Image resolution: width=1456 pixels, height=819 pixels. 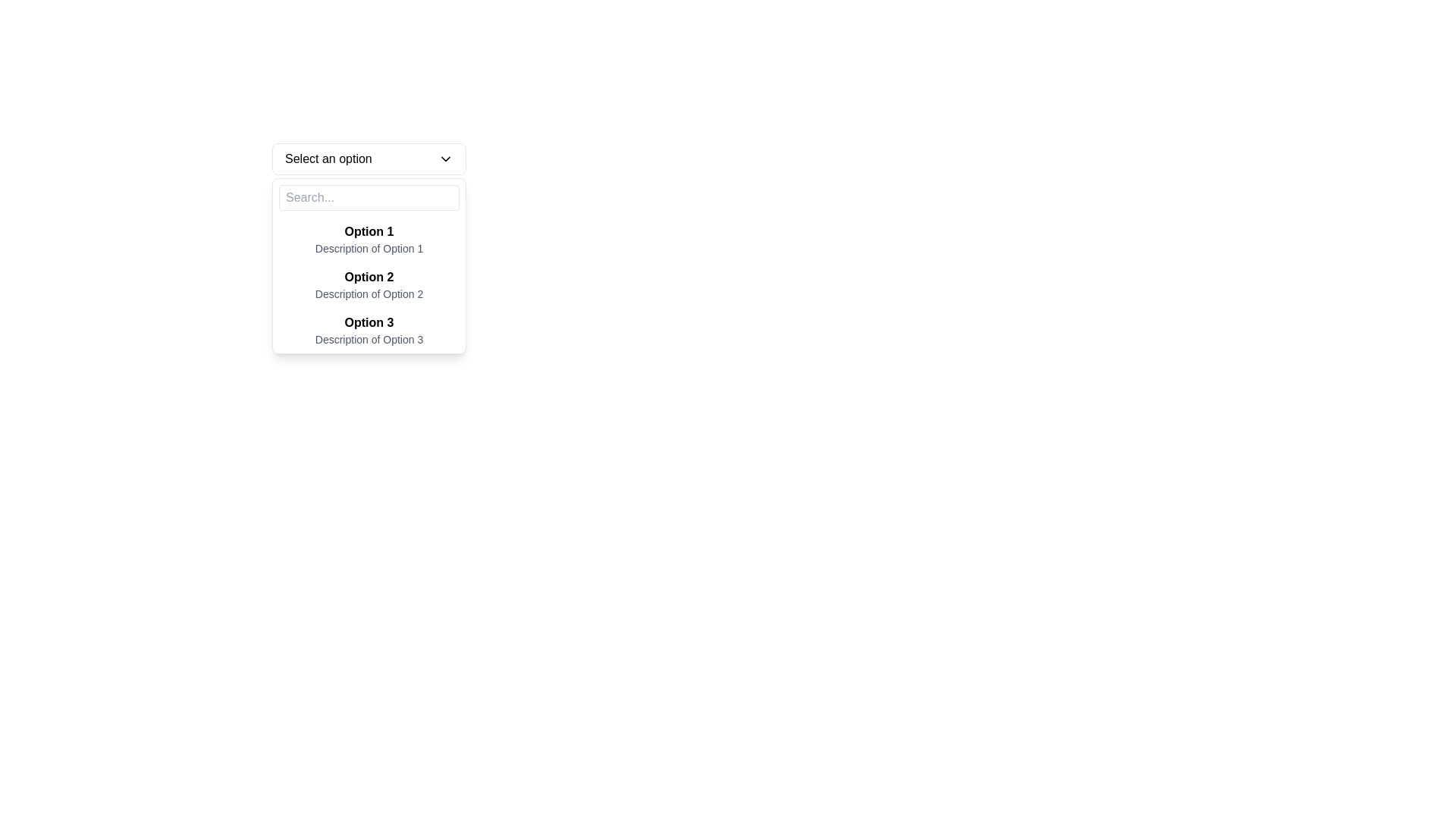 What do you see at coordinates (369, 231) in the screenshot?
I see `text from the primary title label for 'Option 1' located at the top of the dropdown menu` at bounding box center [369, 231].